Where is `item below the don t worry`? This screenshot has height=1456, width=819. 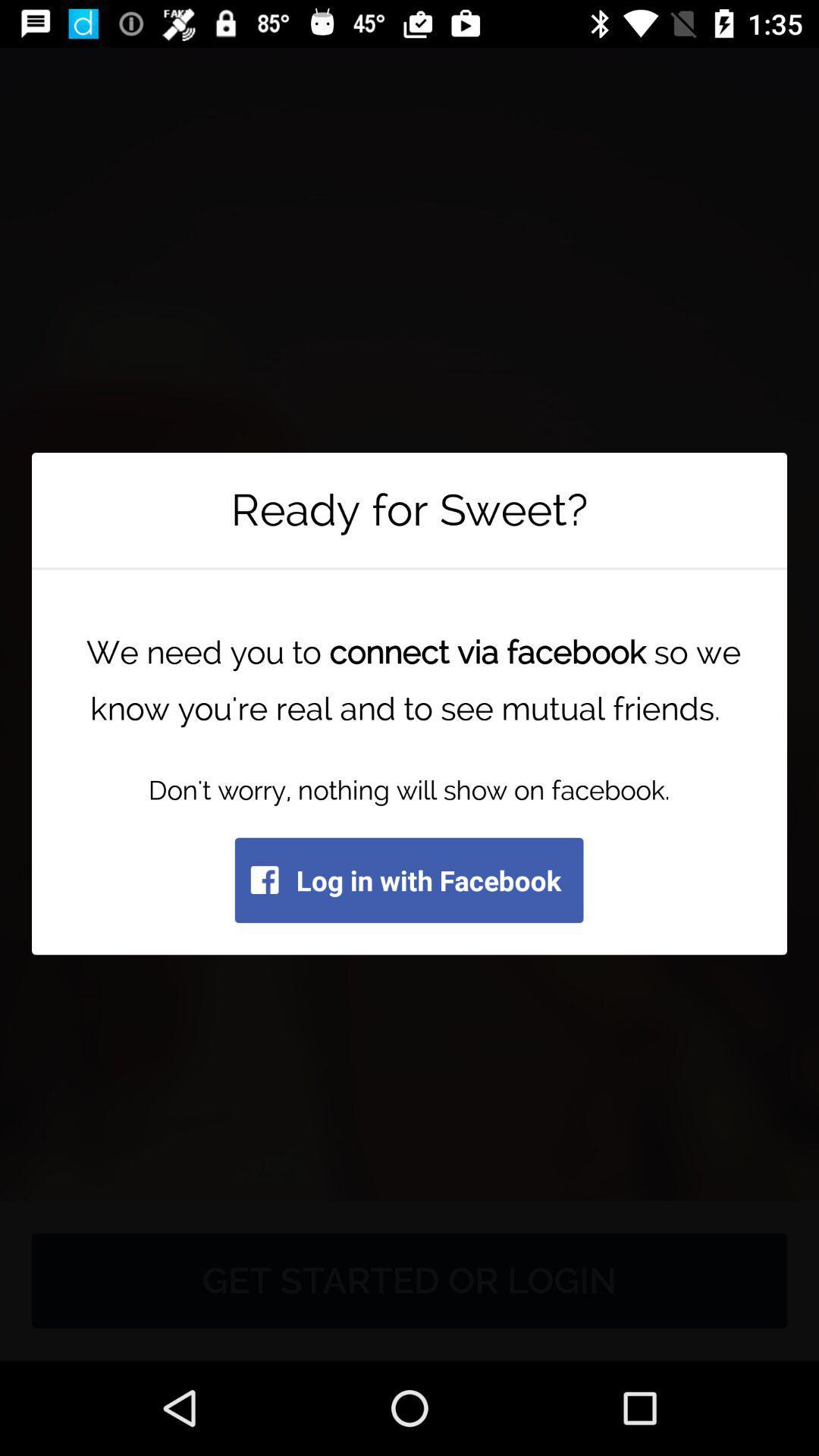
item below the don t worry is located at coordinates (408, 880).